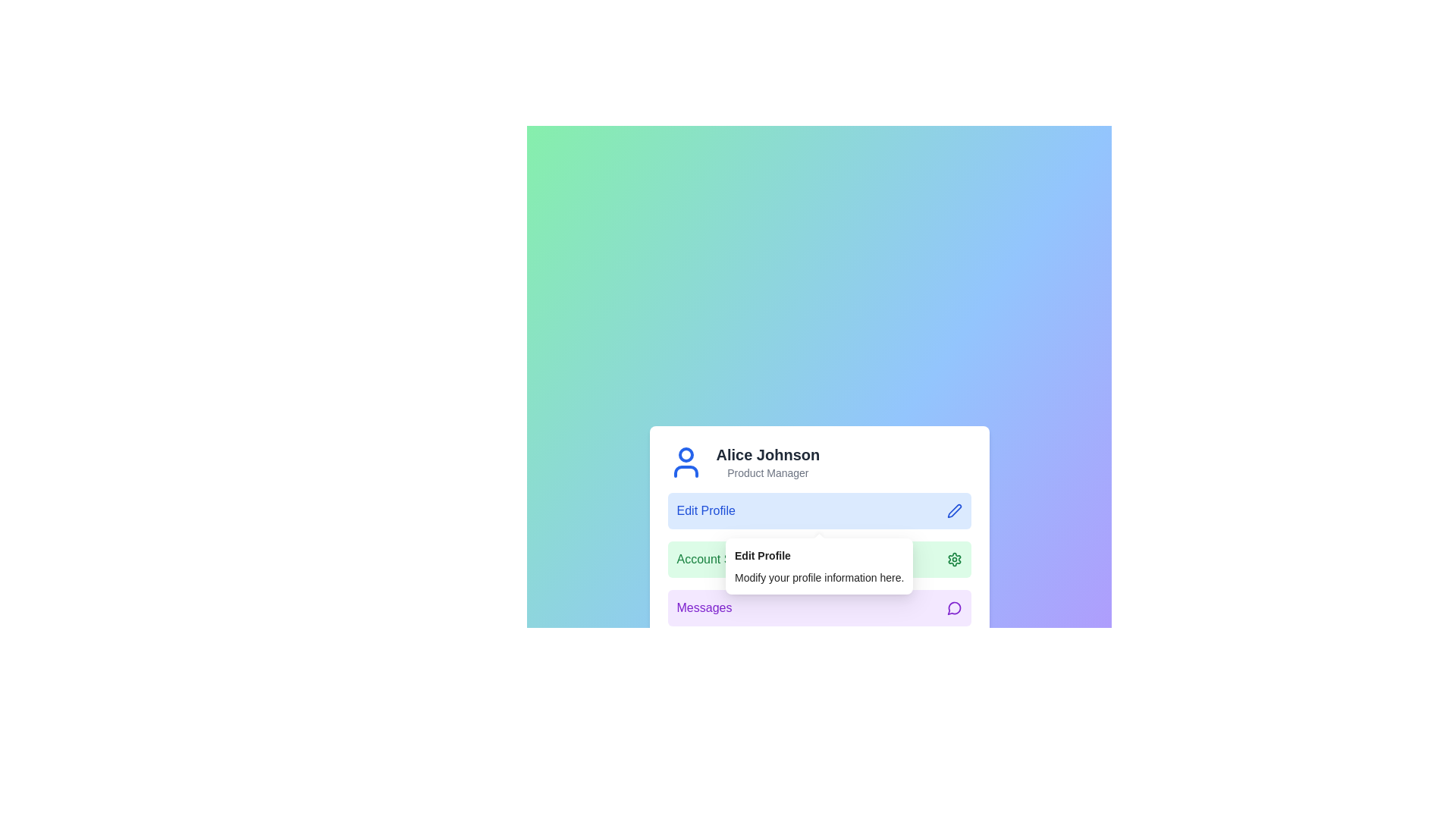  I want to click on the 'Edit Profile' text label, which is prominently displayed in blue on a light blue background, located in the upper half of the user profile card below the username 'Alice Johnson', so click(705, 511).